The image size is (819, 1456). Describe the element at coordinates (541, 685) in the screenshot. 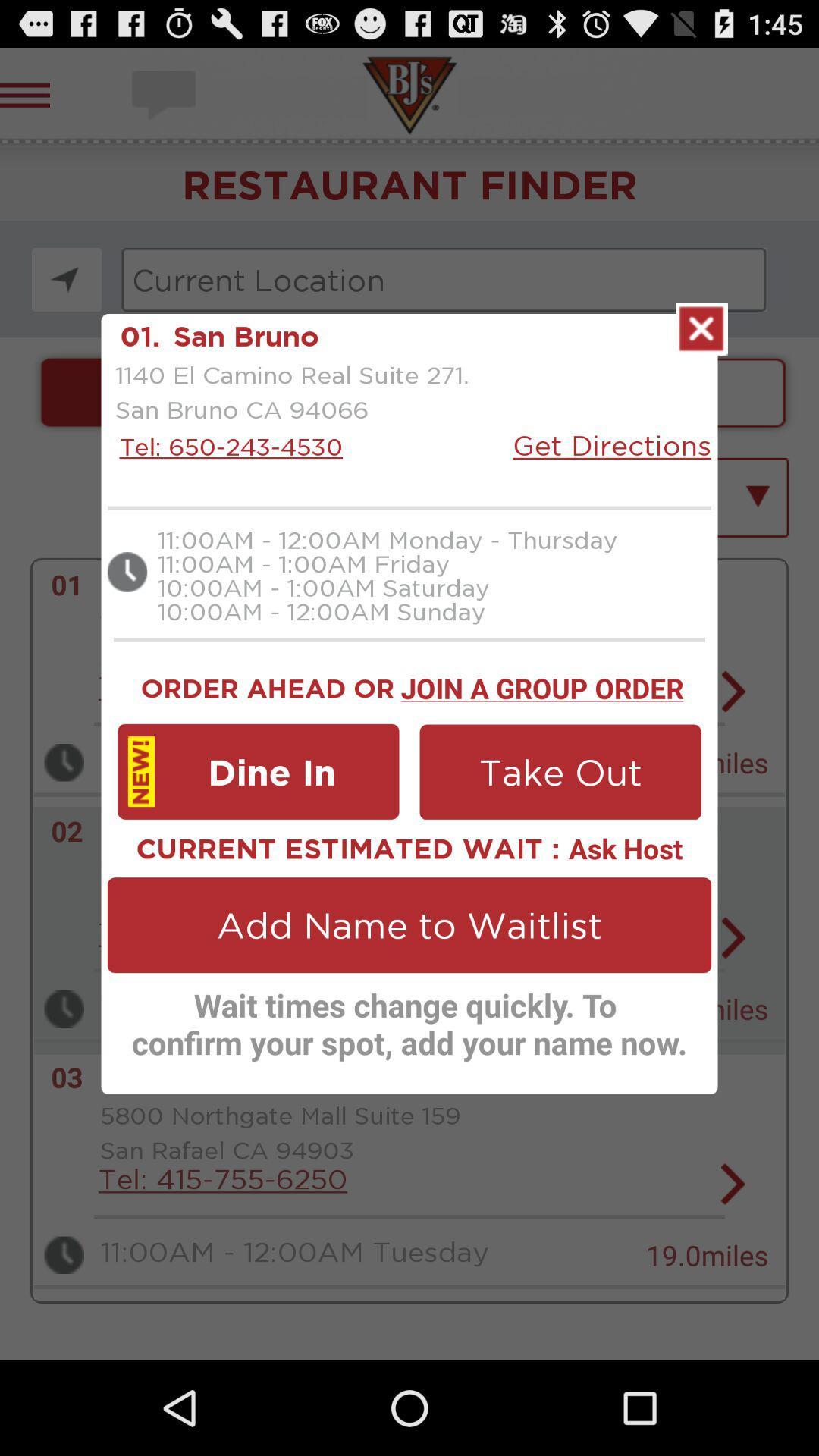

I see `item to the right of the order ahead or app` at that location.